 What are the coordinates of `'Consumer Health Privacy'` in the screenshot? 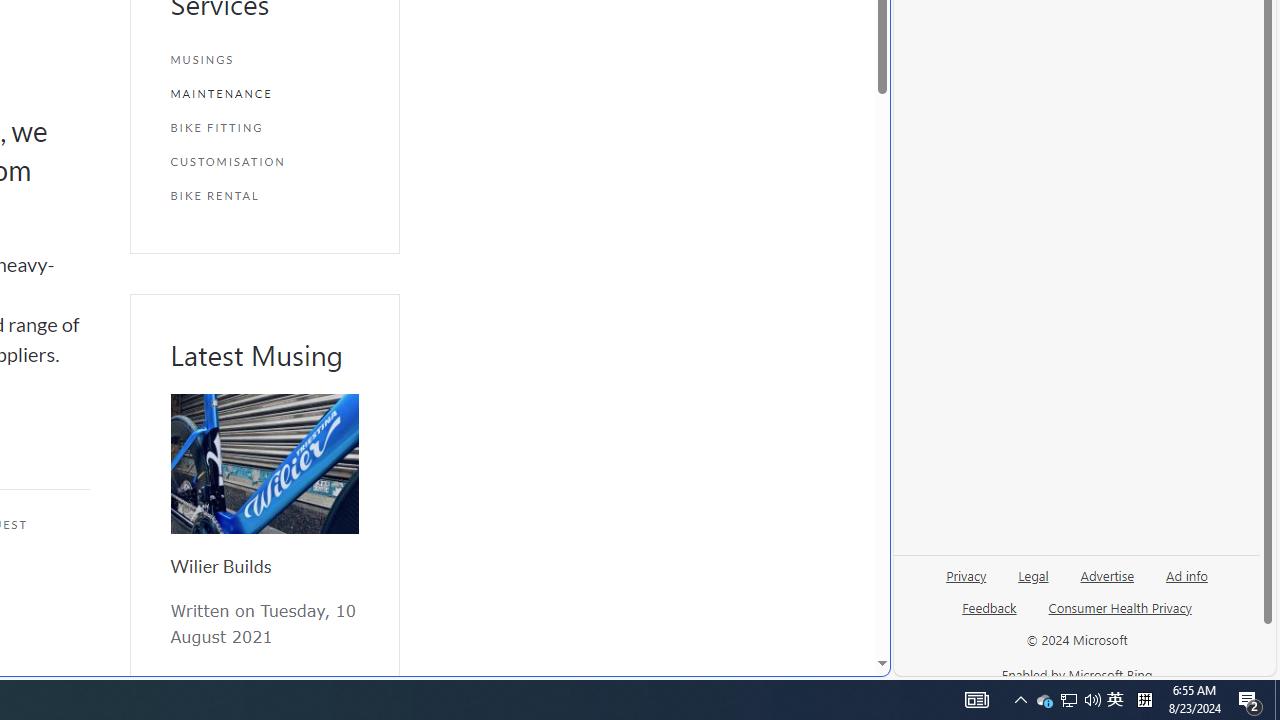 It's located at (1120, 614).